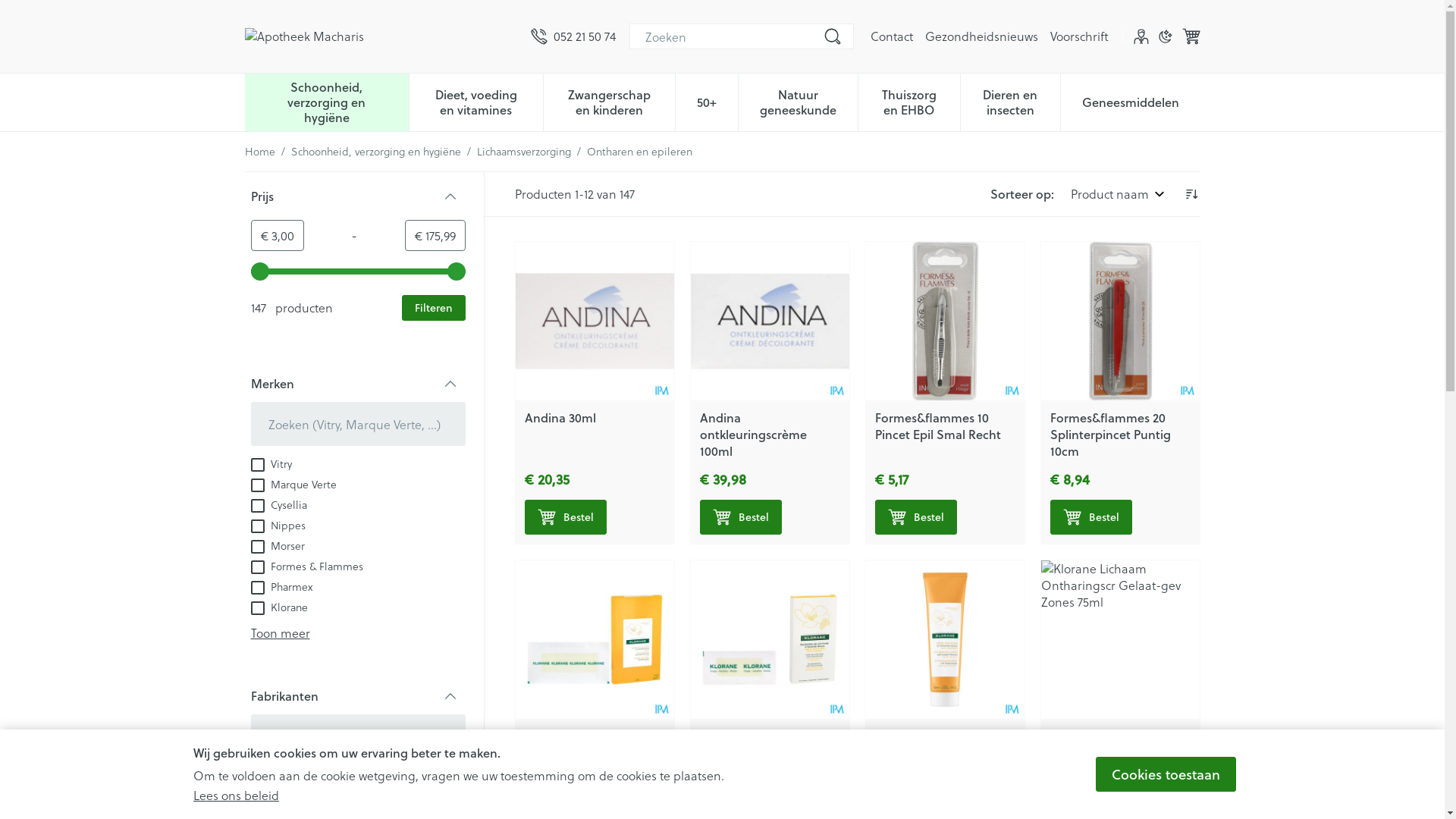  Describe the element at coordinates (572, 35) in the screenshot. I see `'052 21 50 74'` at that location.